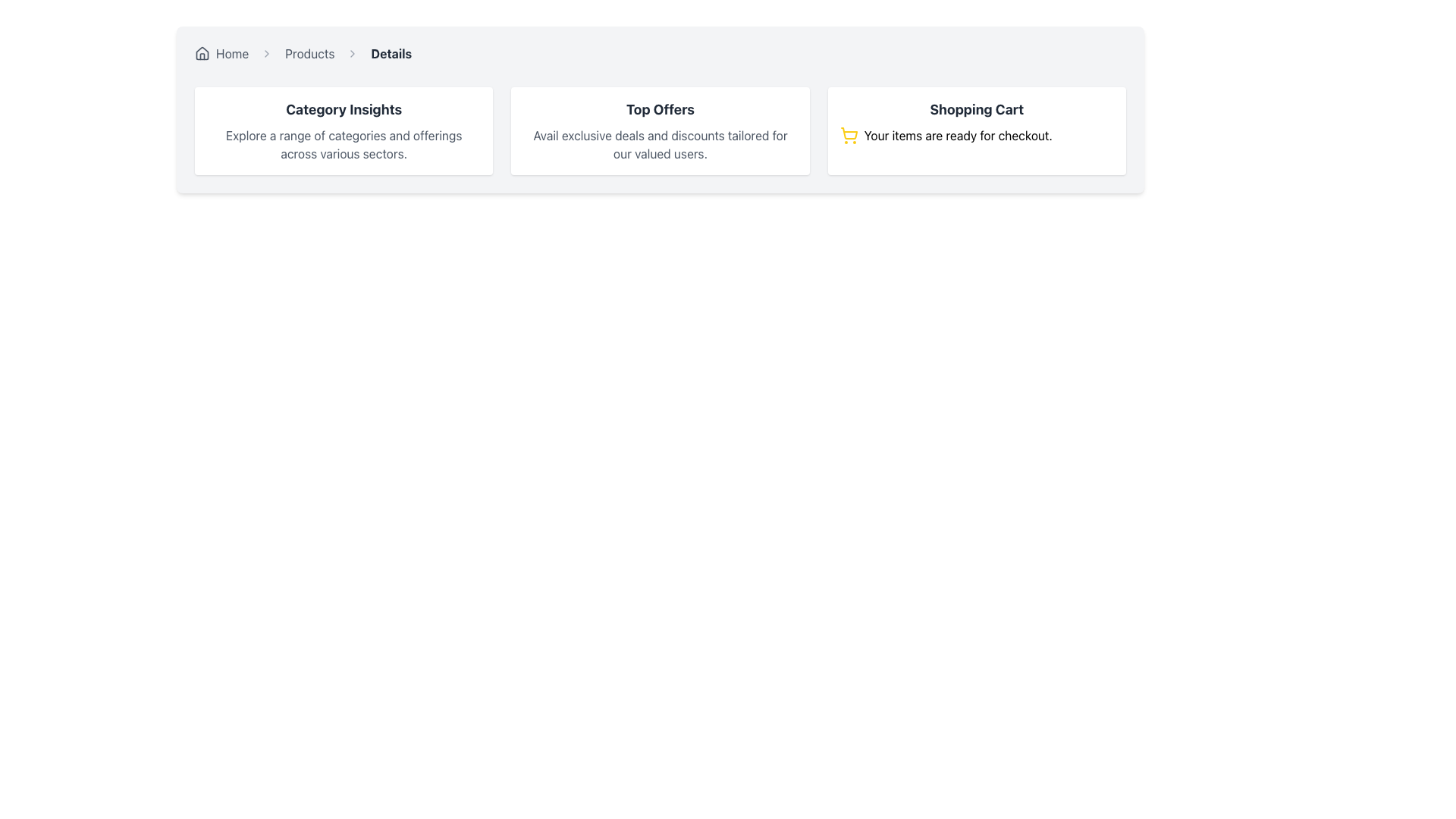 Image resolution: width=1456 pixels, height=819 pixels. What do you see at coordinates (202, 52) in the screenshot?
I see `the 'Home' icon located at the far left of the breadcrumb navigation section` at bounding box center [202, 52].